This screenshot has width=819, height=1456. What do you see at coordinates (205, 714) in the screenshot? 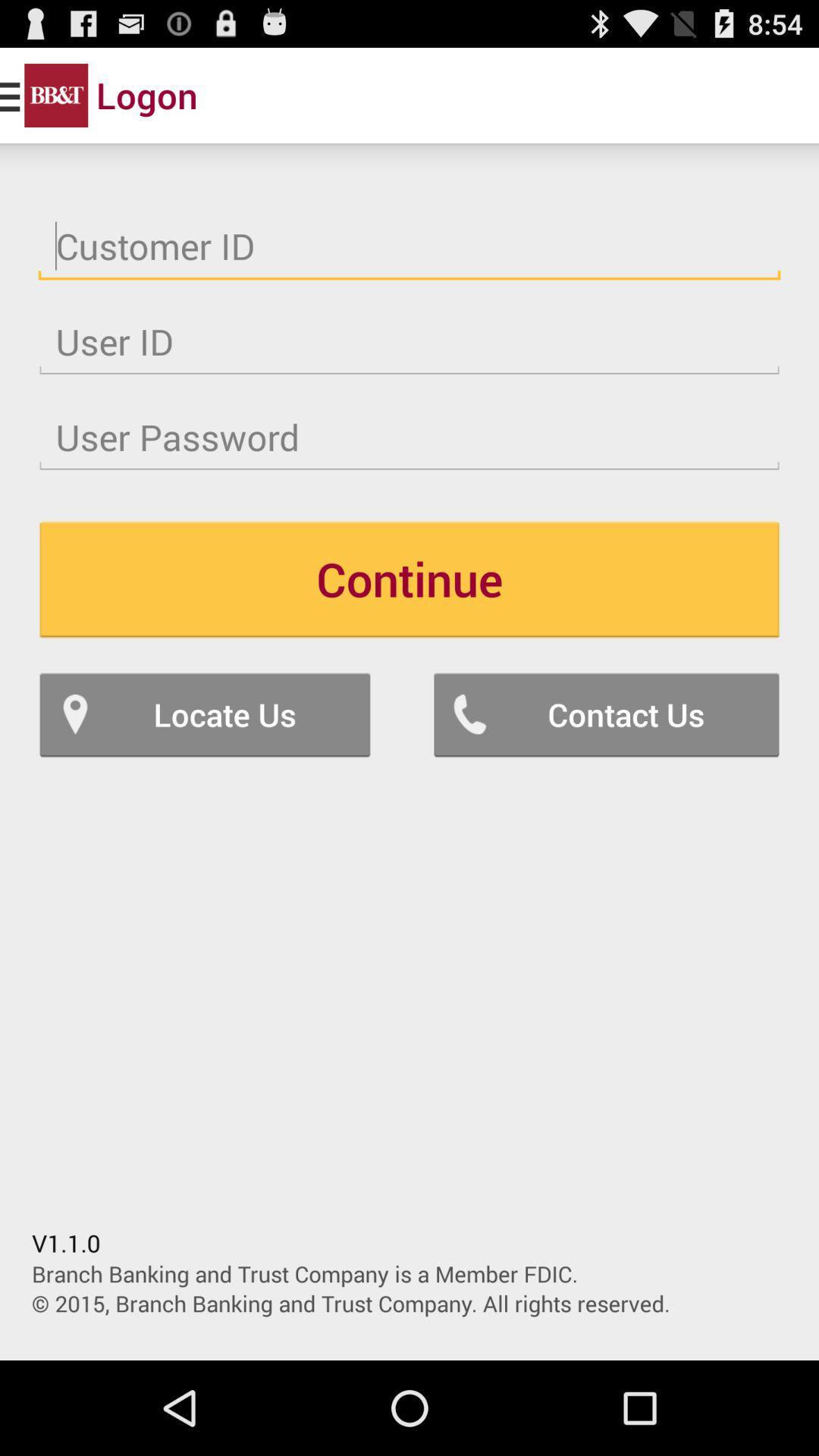
I see `the icon above v1.1.0` at bounding box center [205, 714].